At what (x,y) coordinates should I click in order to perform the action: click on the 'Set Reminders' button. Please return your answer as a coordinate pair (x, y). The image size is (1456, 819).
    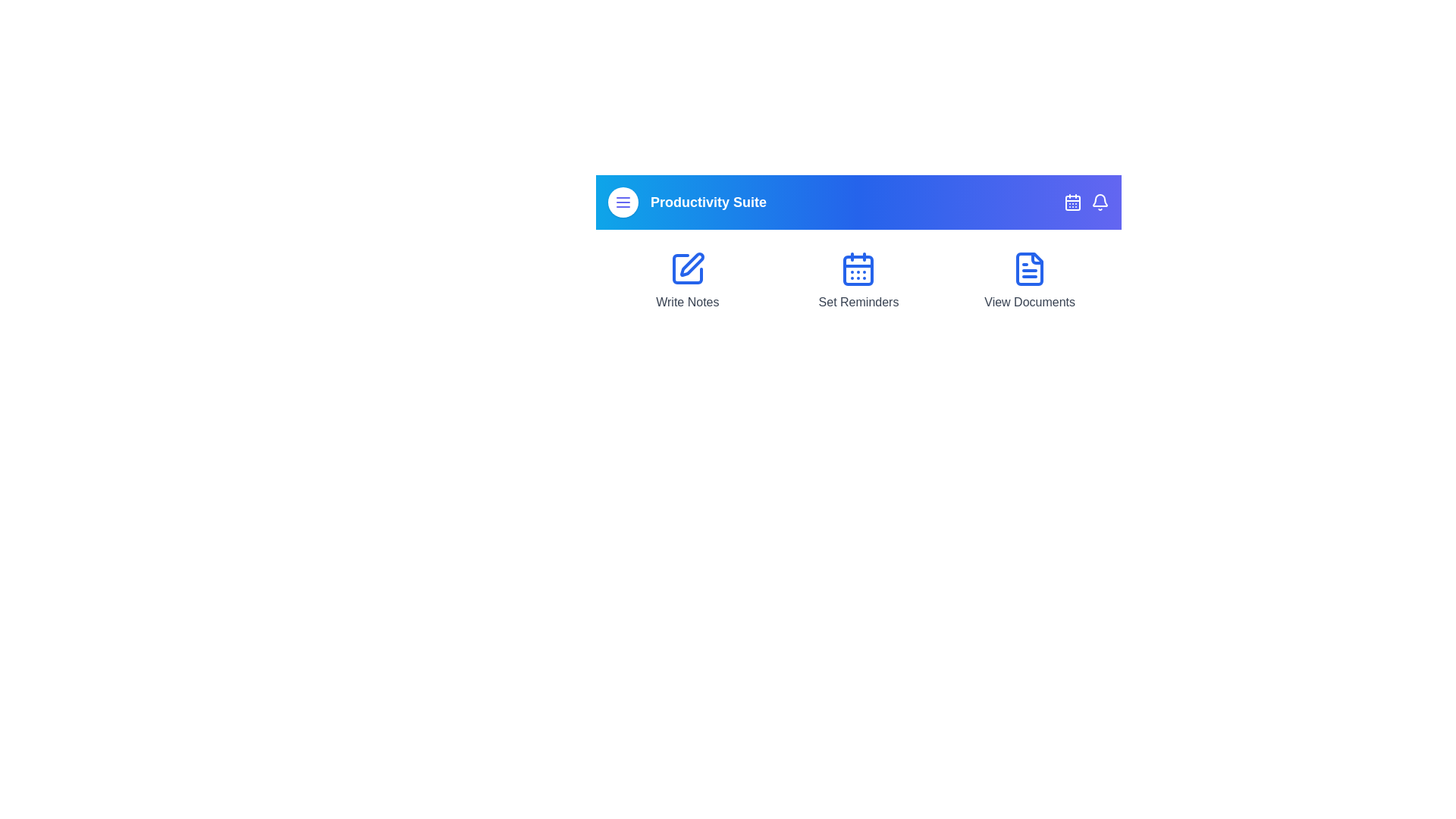
    Looking at the image, I should click on (858, 281).